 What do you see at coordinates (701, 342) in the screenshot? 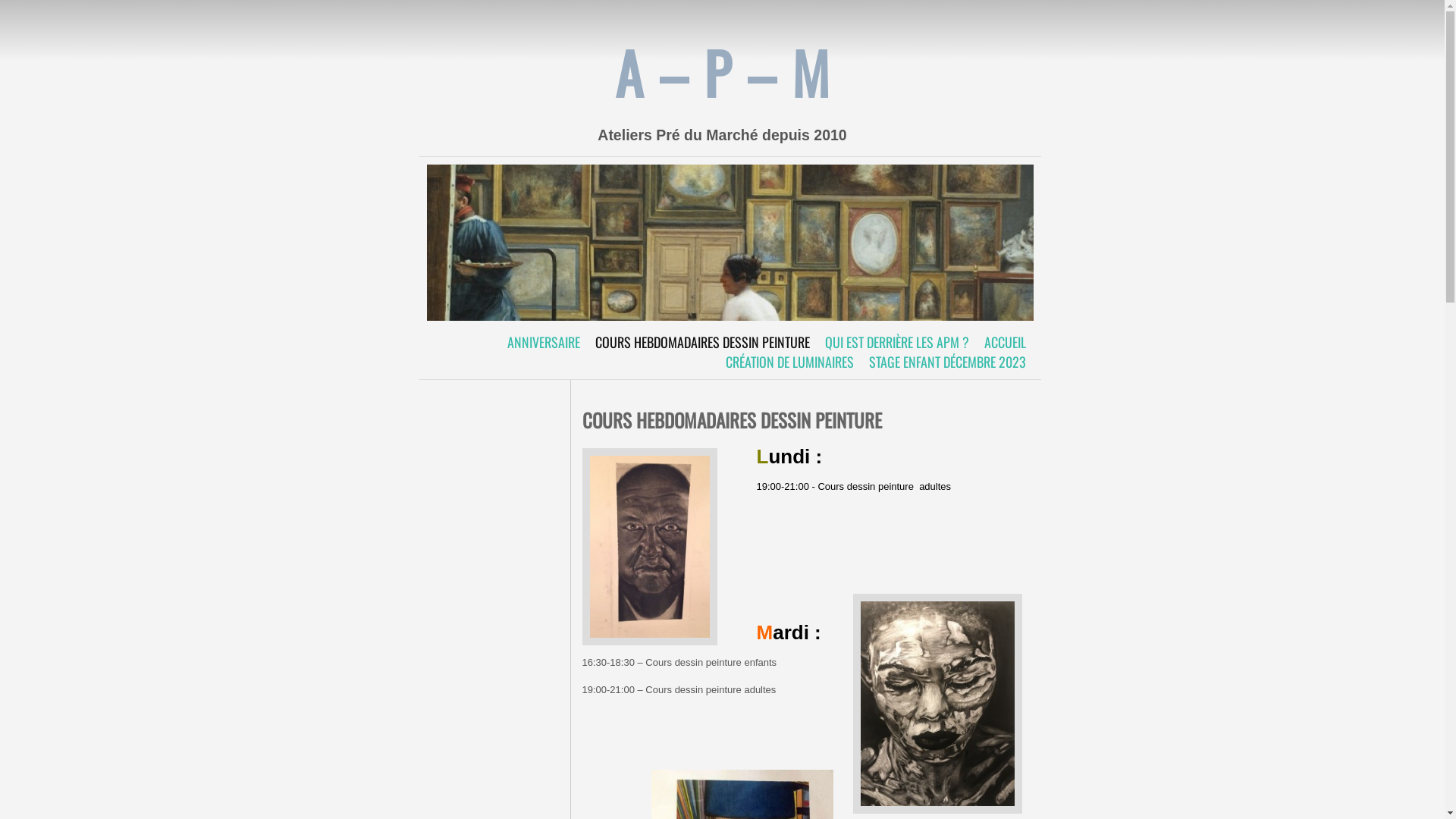
I see `'COURS HEBDOMADAIRES DESSIN PEINTURE'` at bounding box center [701, 342].